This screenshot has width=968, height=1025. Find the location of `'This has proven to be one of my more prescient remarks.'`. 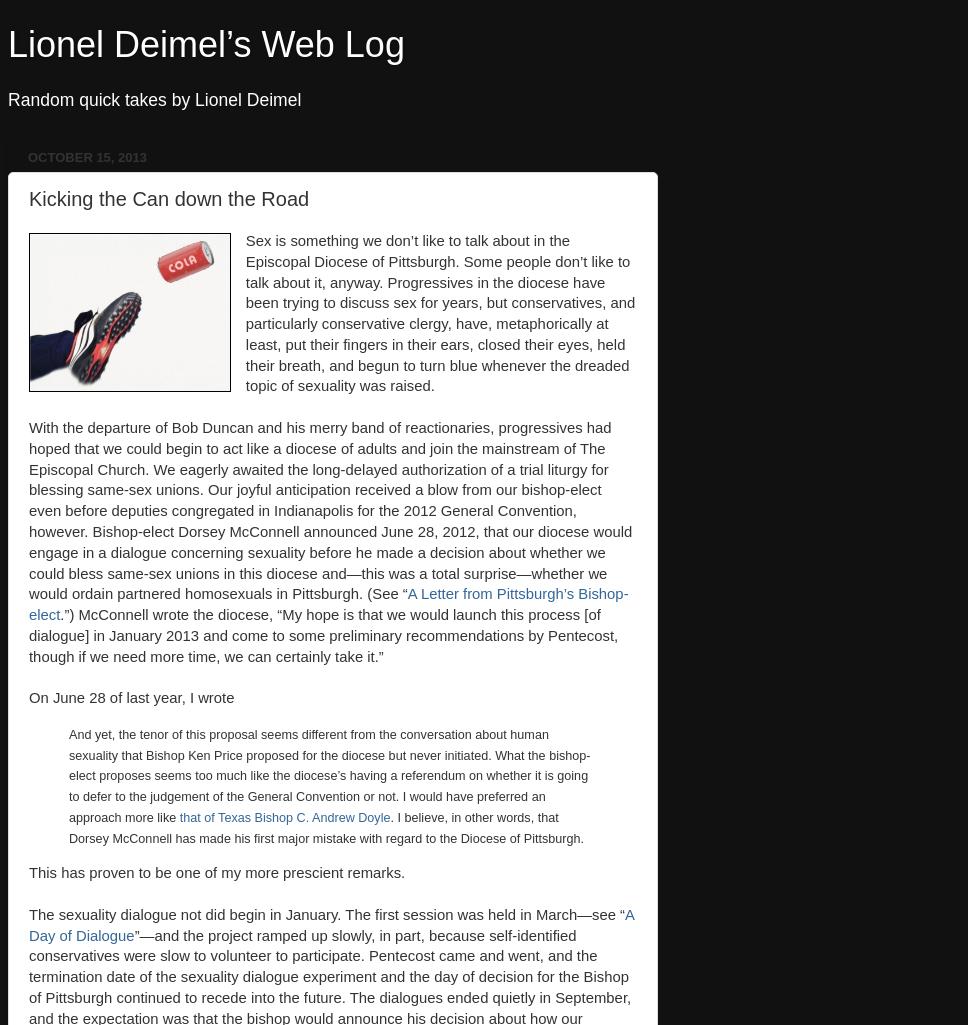

'This has proven to be one of my more prescient remarks.' is located at coordinates (216, 872).